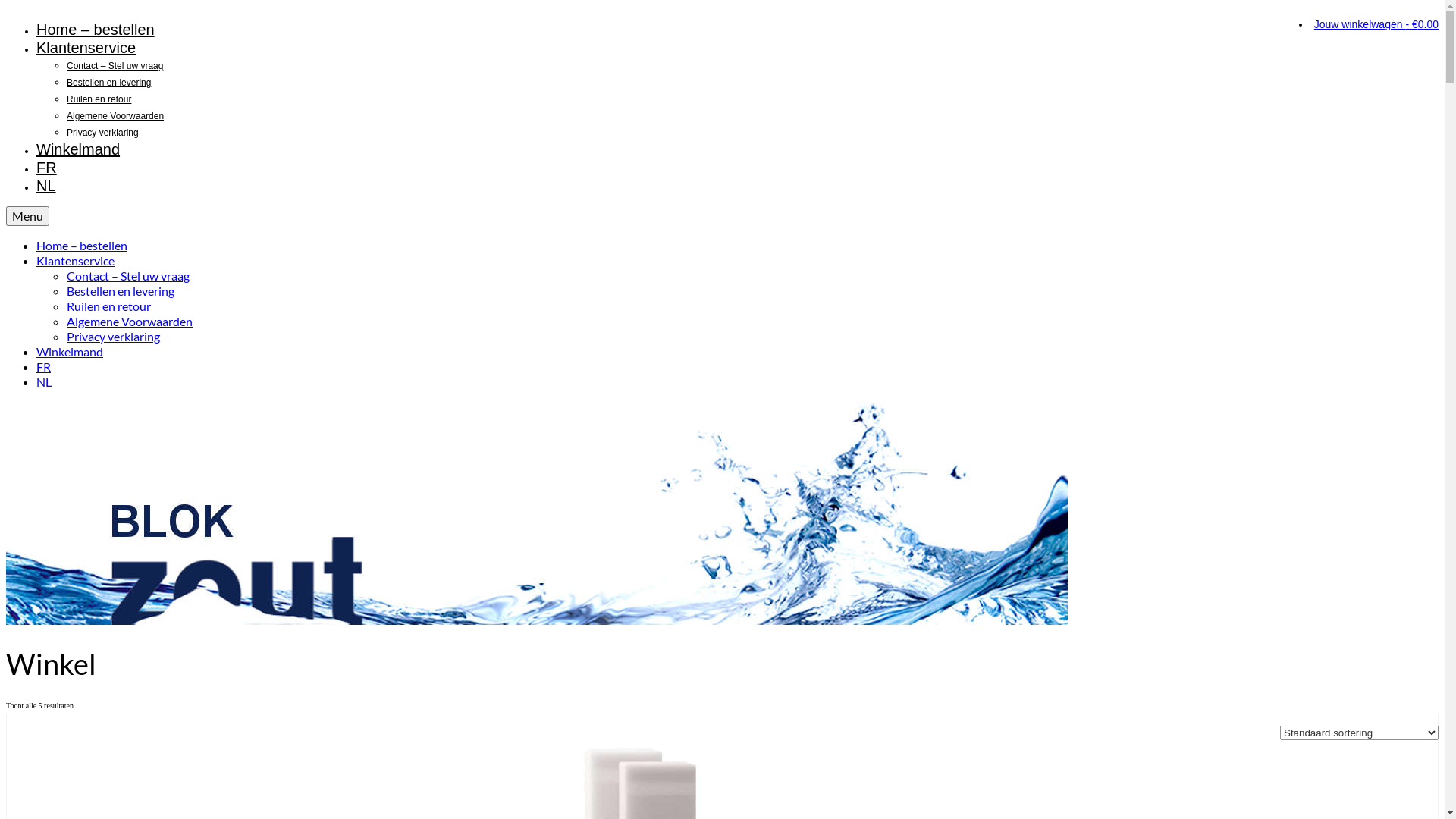  I want to click on 'Winkelmand', so click(77, 149).